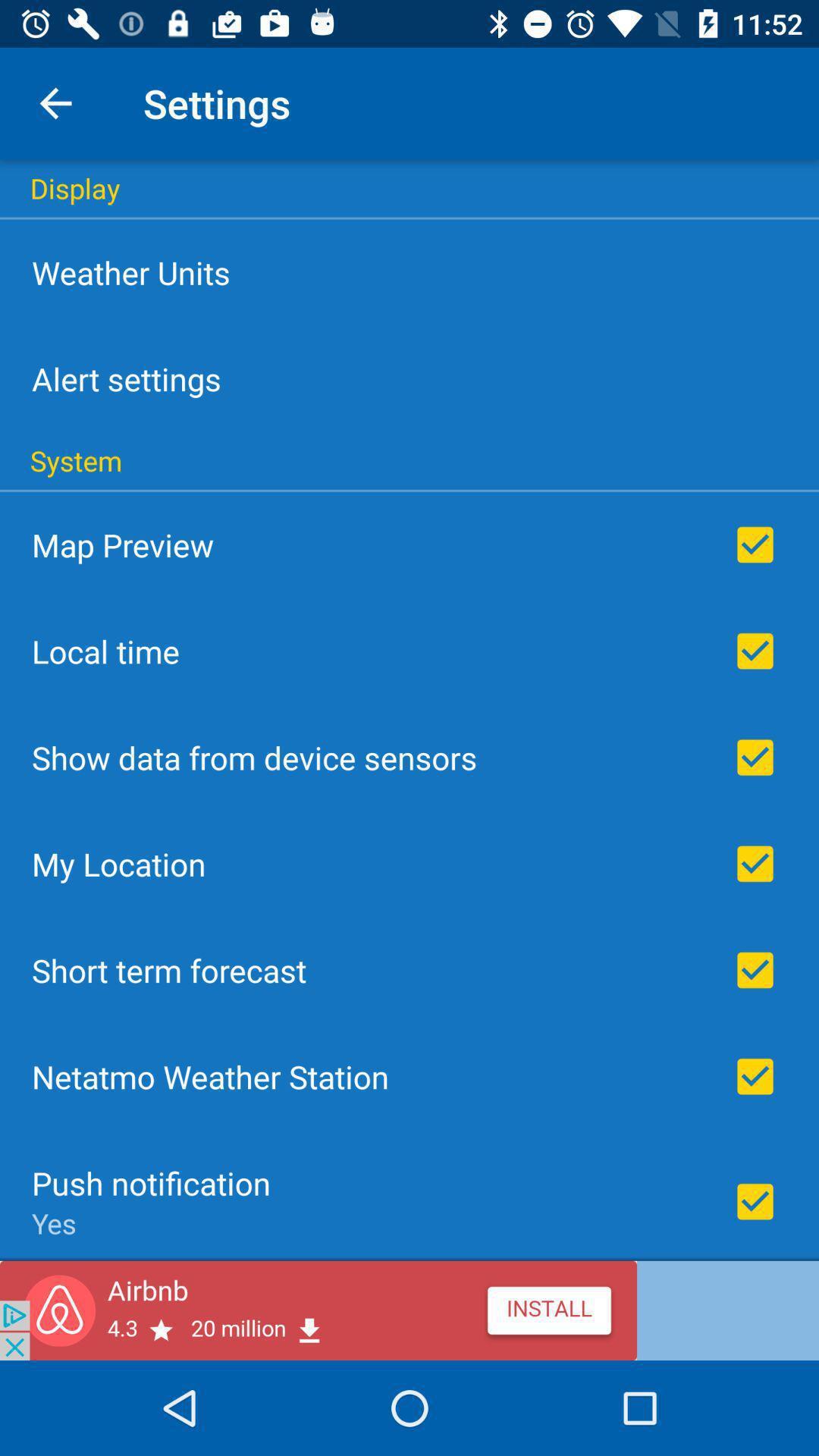 The width and height of the screenshot is (819, 1456). I want to click on install the app, so click(409, 1310).